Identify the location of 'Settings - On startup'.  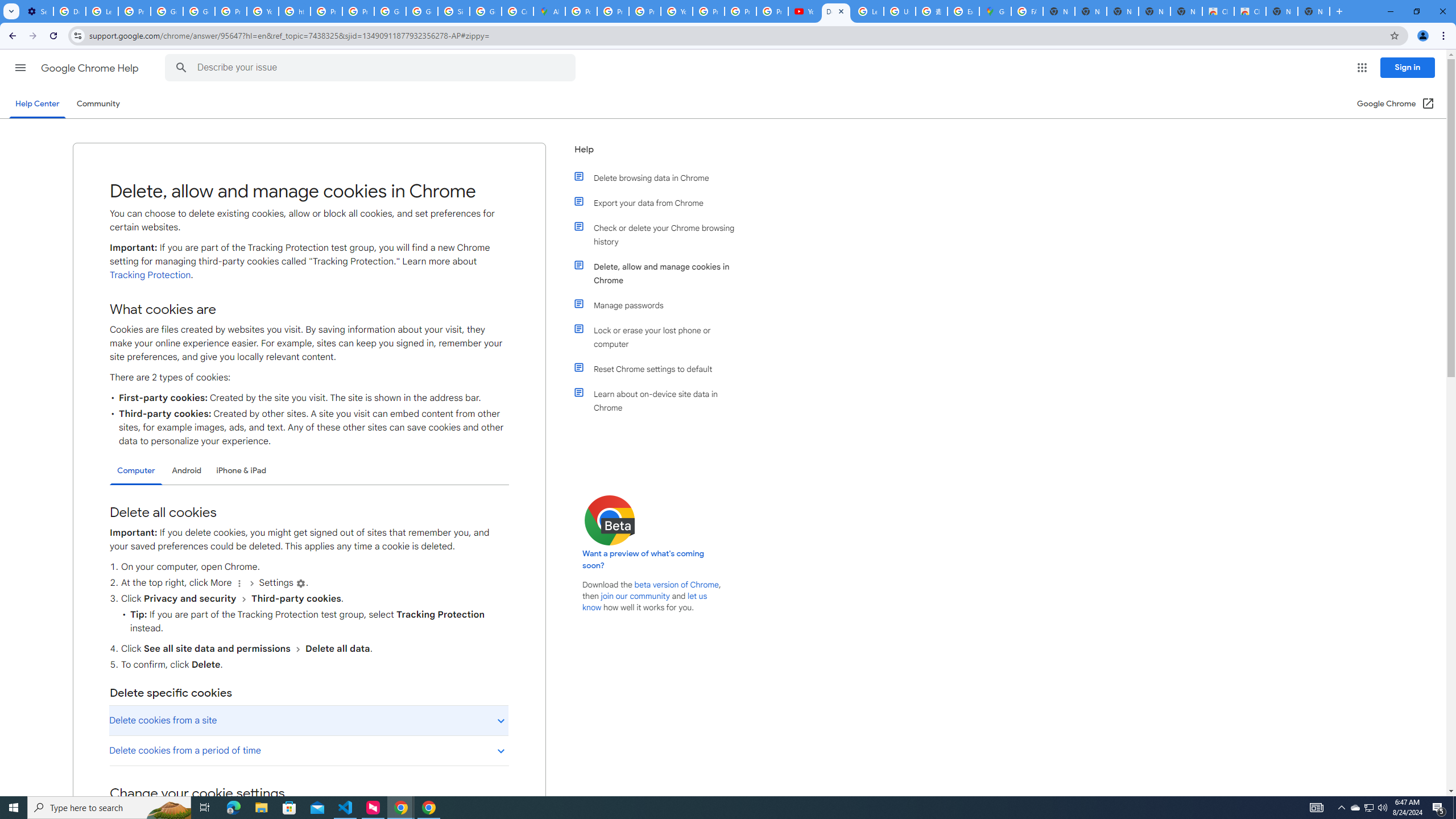
(37, 11).